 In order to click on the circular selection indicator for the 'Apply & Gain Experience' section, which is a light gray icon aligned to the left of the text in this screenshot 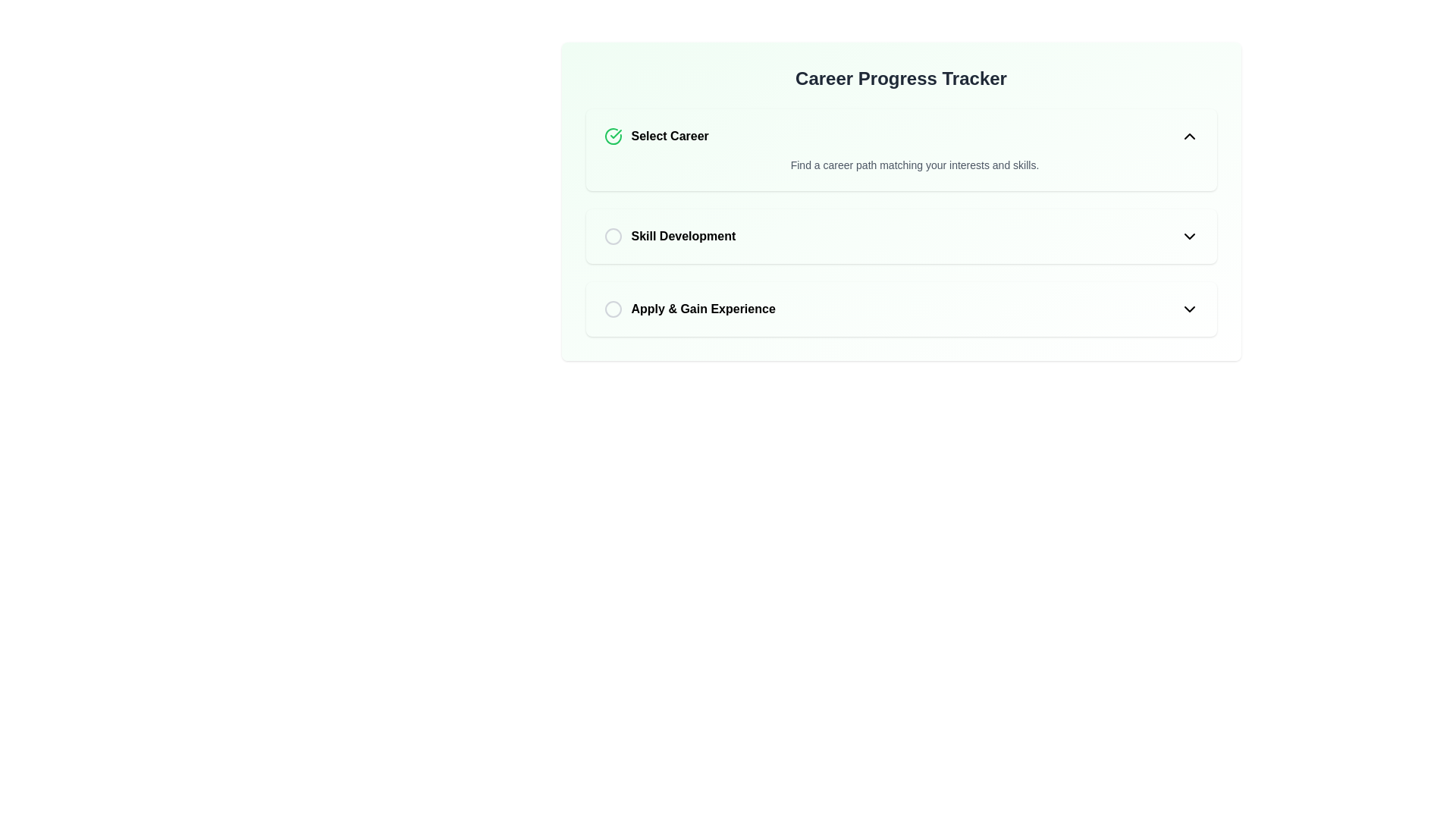, I will do `click(613, 309)`.